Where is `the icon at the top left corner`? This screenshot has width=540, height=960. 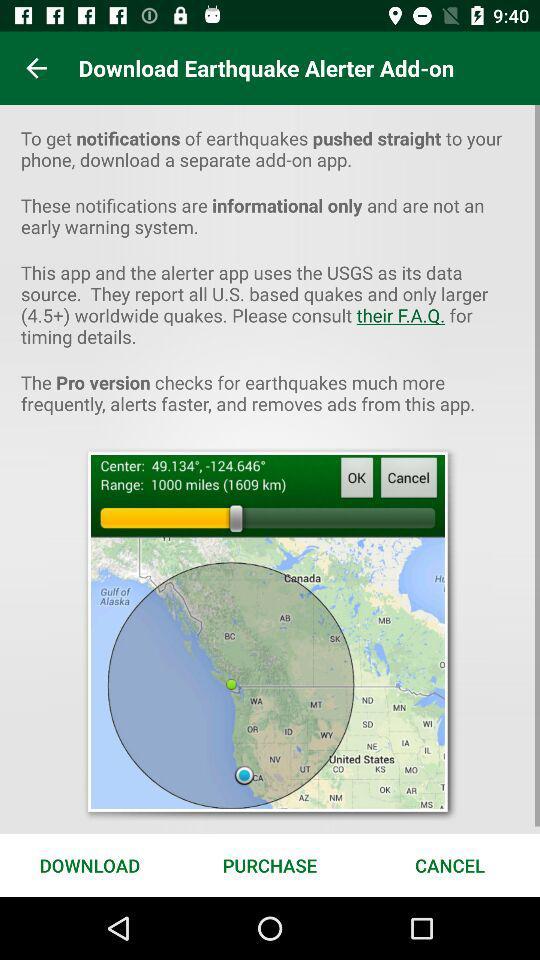 the icon at the top left corner is located at coordinates (36, 68).